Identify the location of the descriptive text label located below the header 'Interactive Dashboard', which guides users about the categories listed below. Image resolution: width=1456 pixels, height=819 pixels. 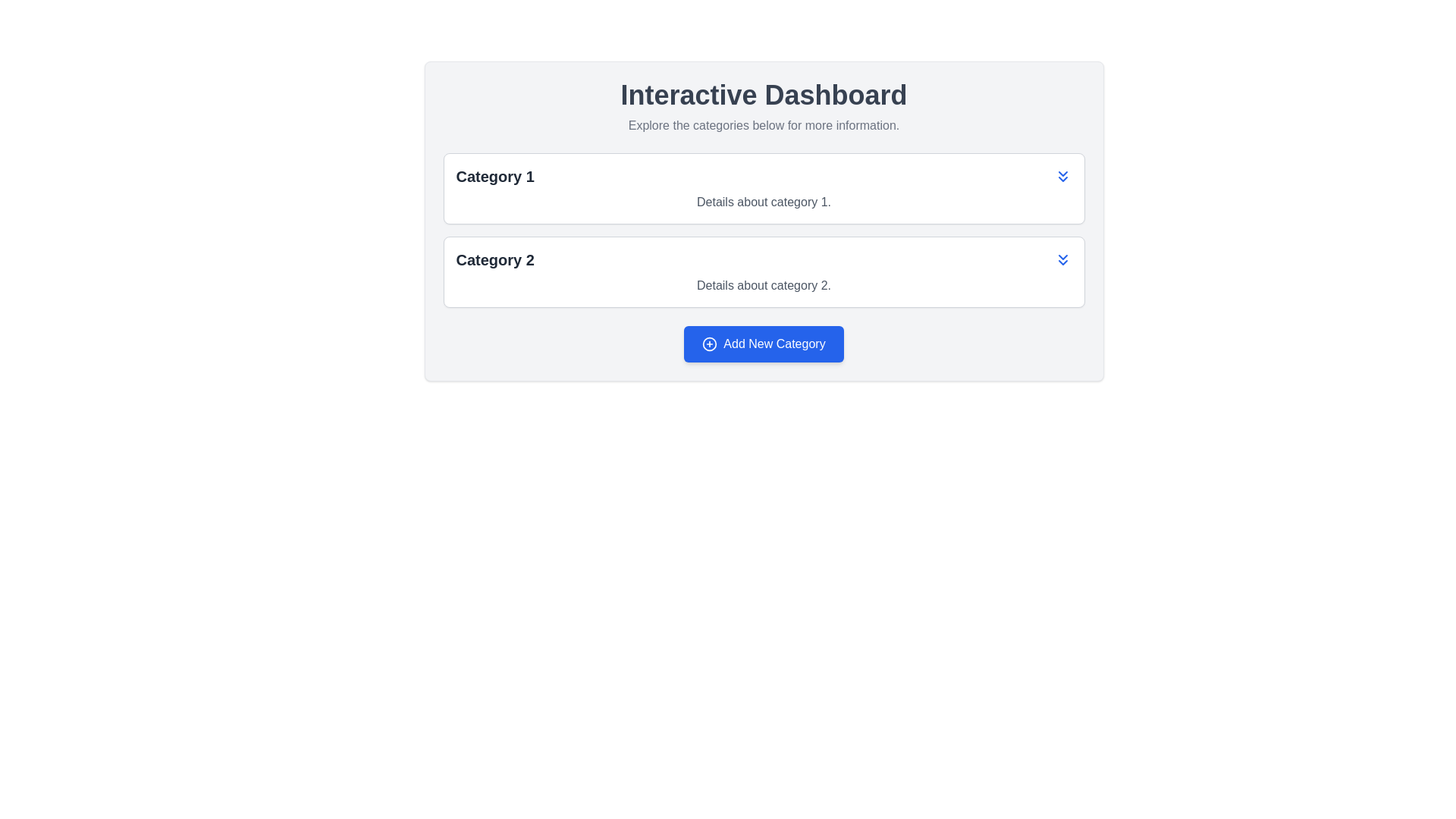
(764, 124).